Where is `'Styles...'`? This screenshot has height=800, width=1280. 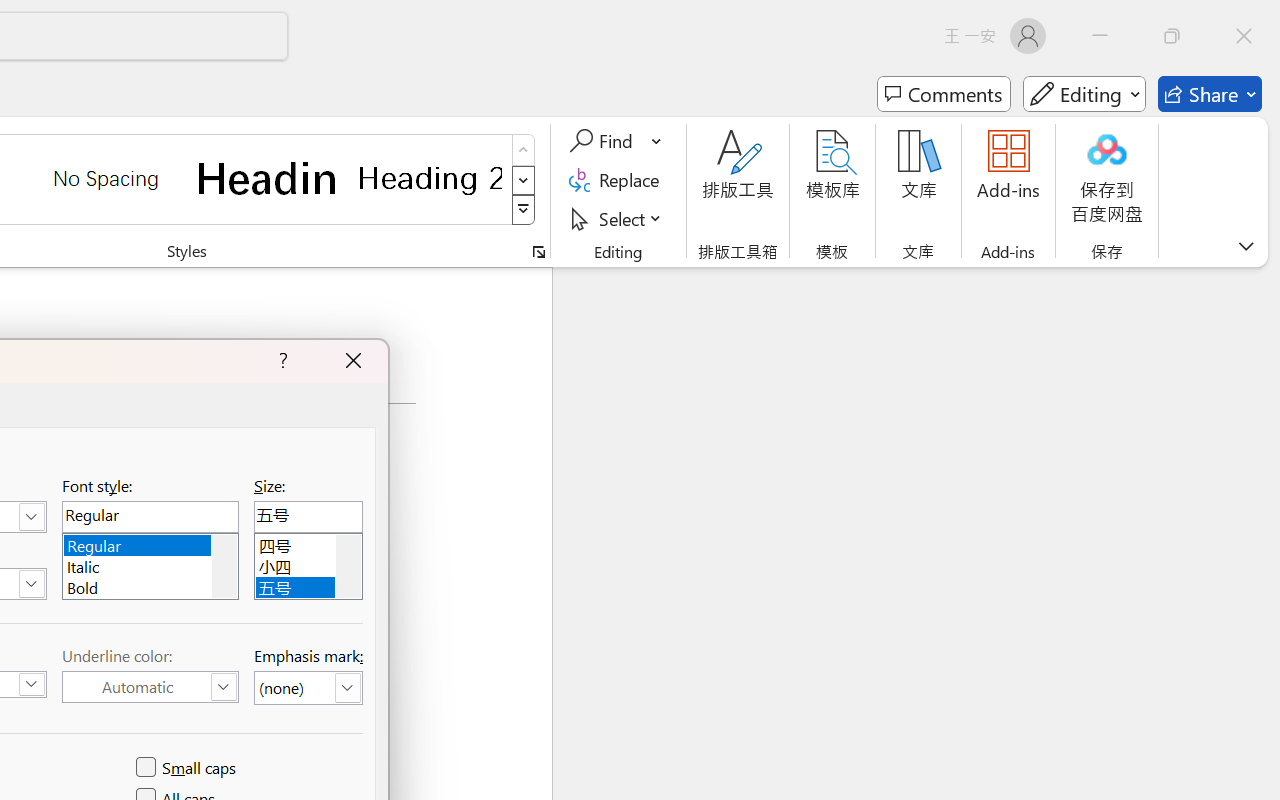 'Styles...' is located at coordinates (538, 251).